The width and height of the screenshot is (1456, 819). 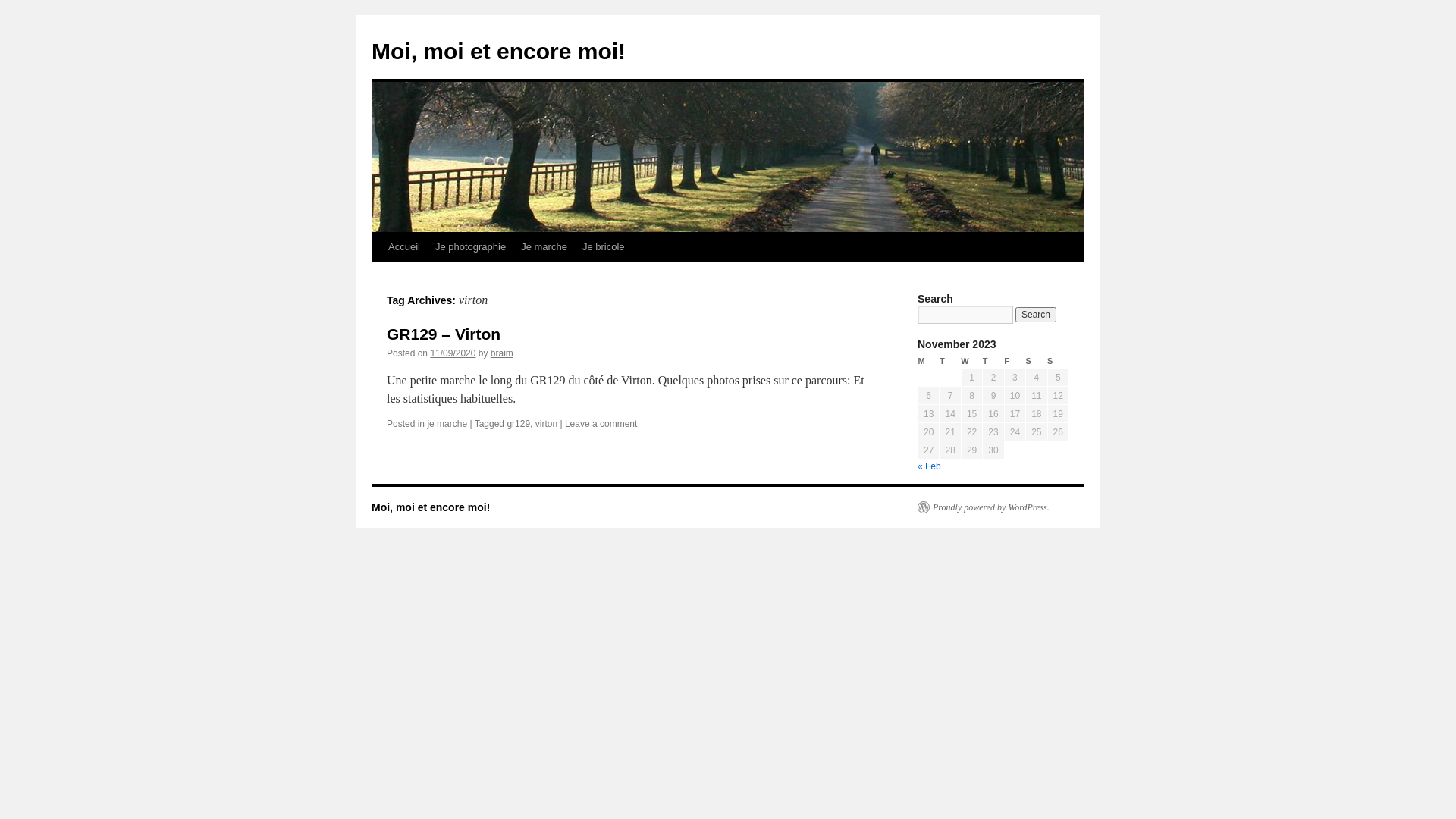 What do you see at coordinates (451, 353) in the screenshot?
I see `'11/09/2020'` at bounding box center [451, 353].